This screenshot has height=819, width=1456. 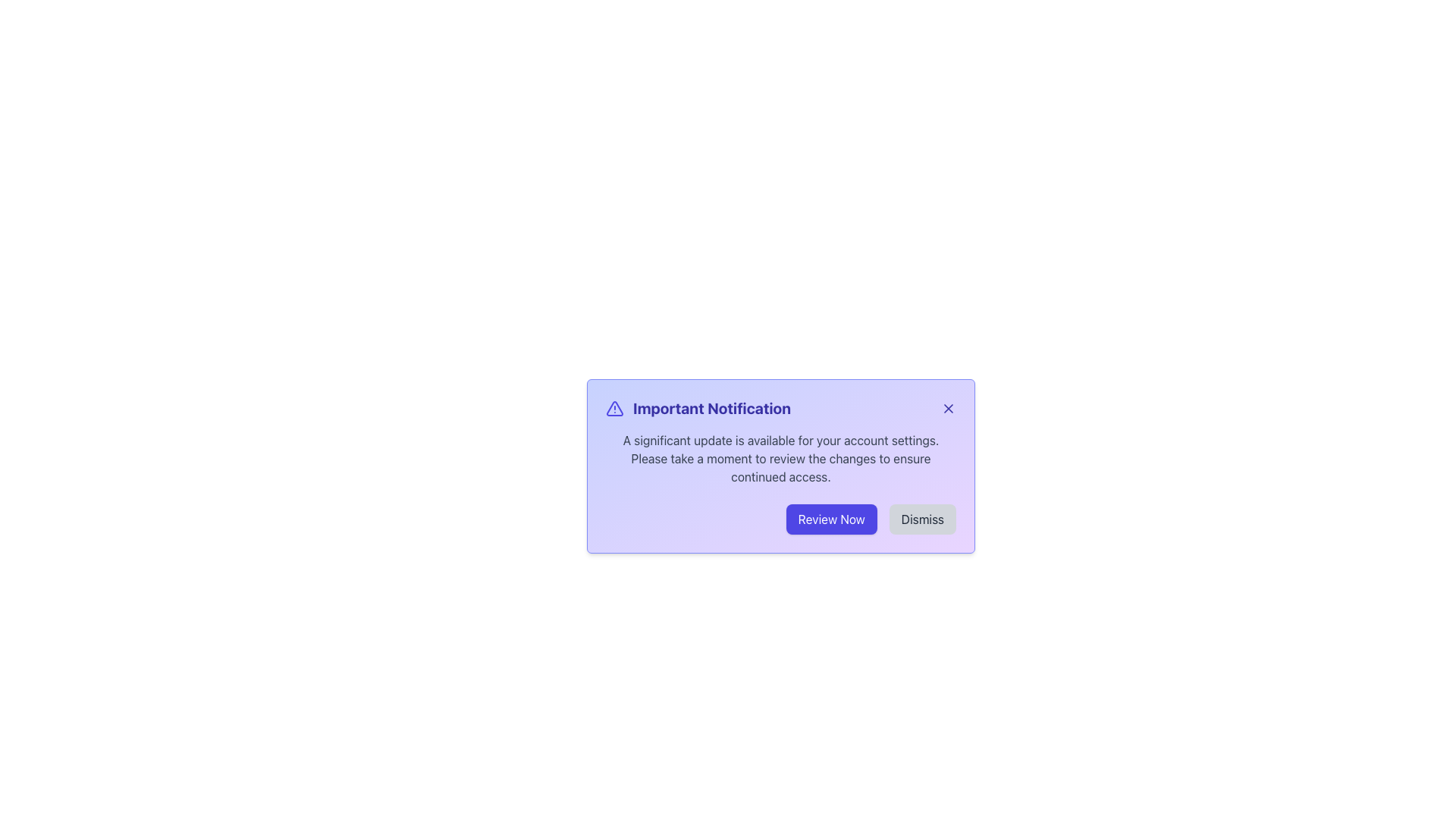 What do you see at coordinates (615, 408) in the screenshot?
I see `the warning icon located to the left of the 'Important Notification' text within the notification box to indicate its significance` at bounding box center [615, 408].